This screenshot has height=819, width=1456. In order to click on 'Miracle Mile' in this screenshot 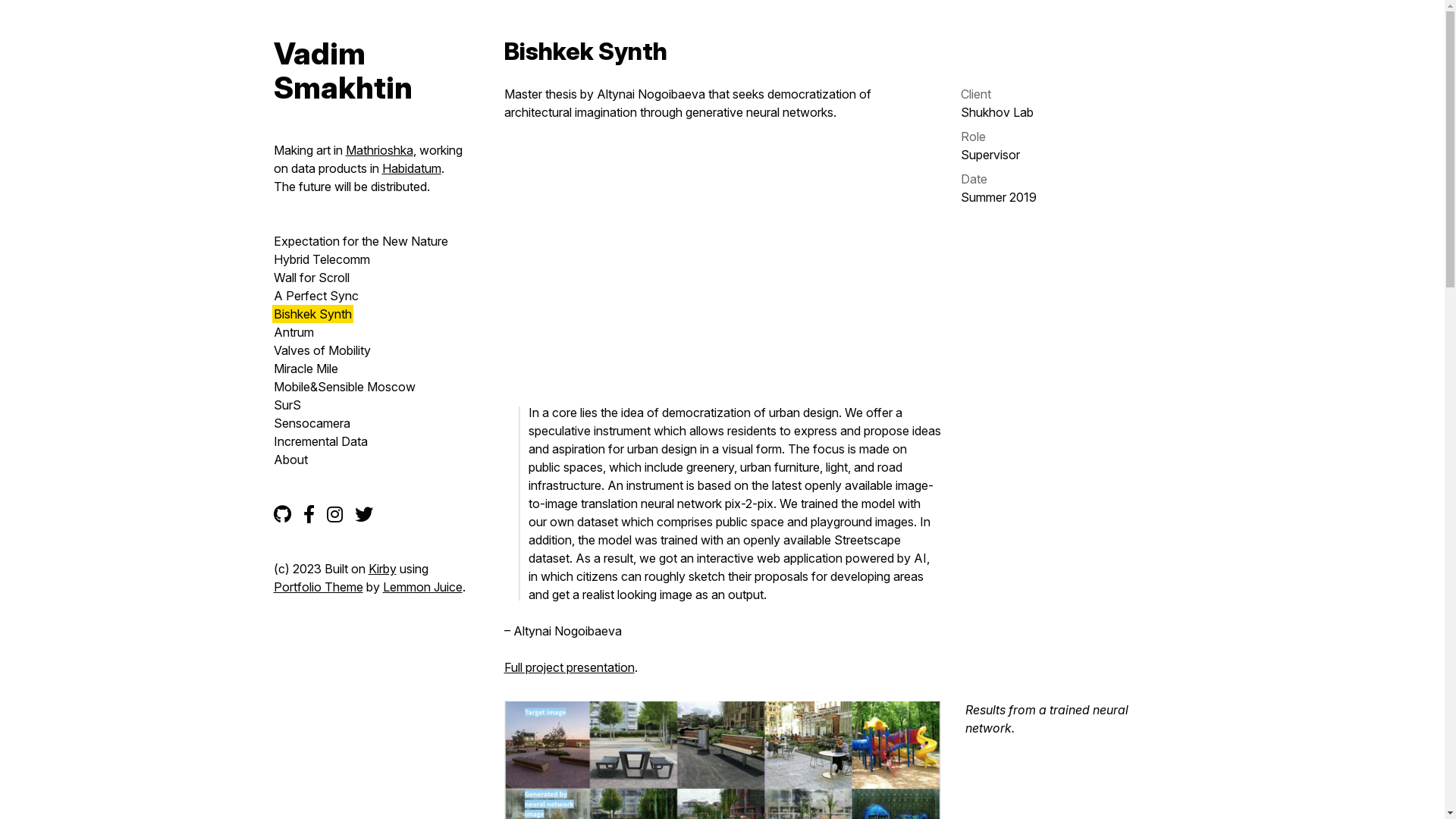, I will do `click(304, 369)`.